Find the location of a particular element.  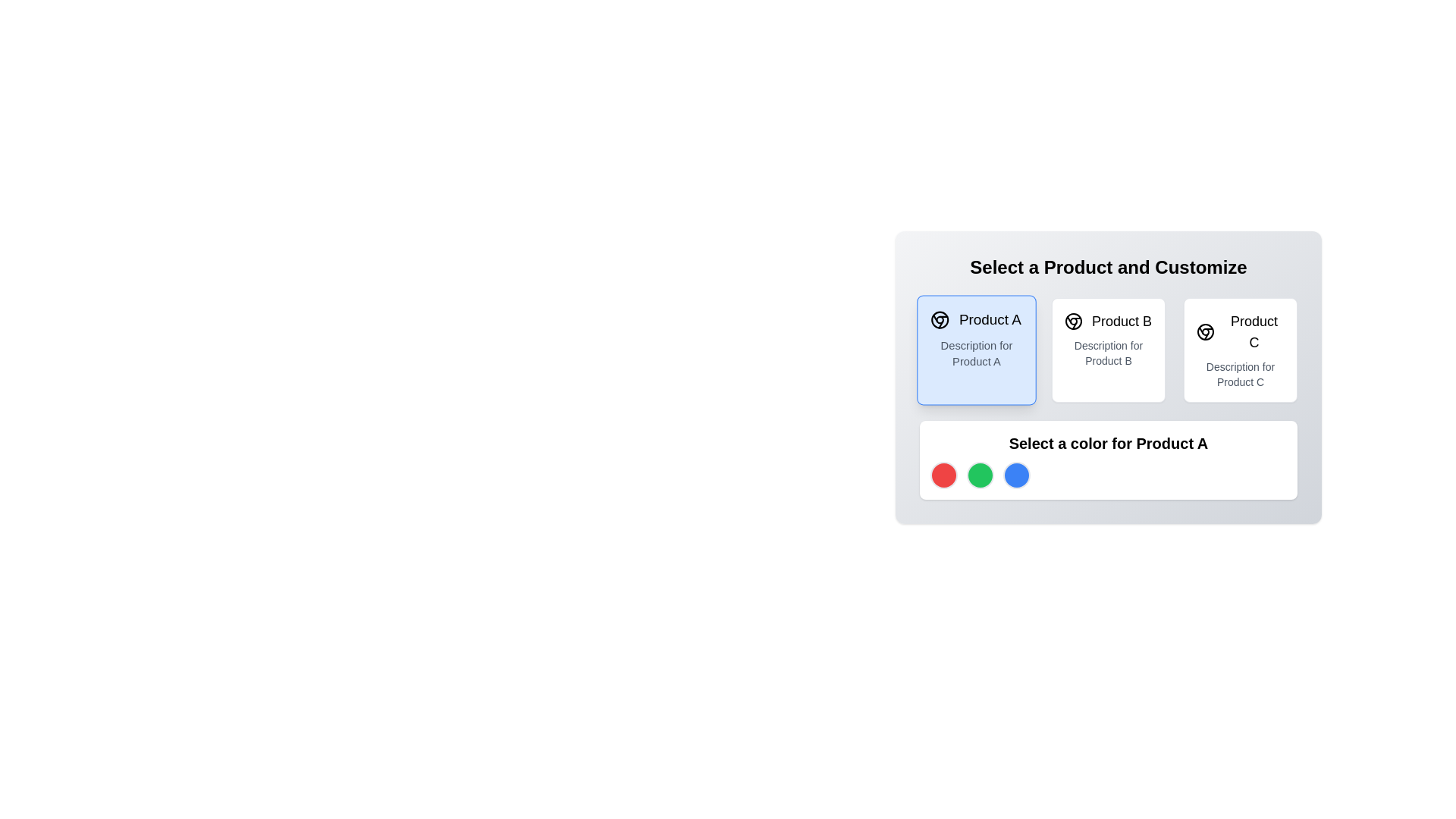

the middle circular button in the row of color options is located at coordinates (980, 475).